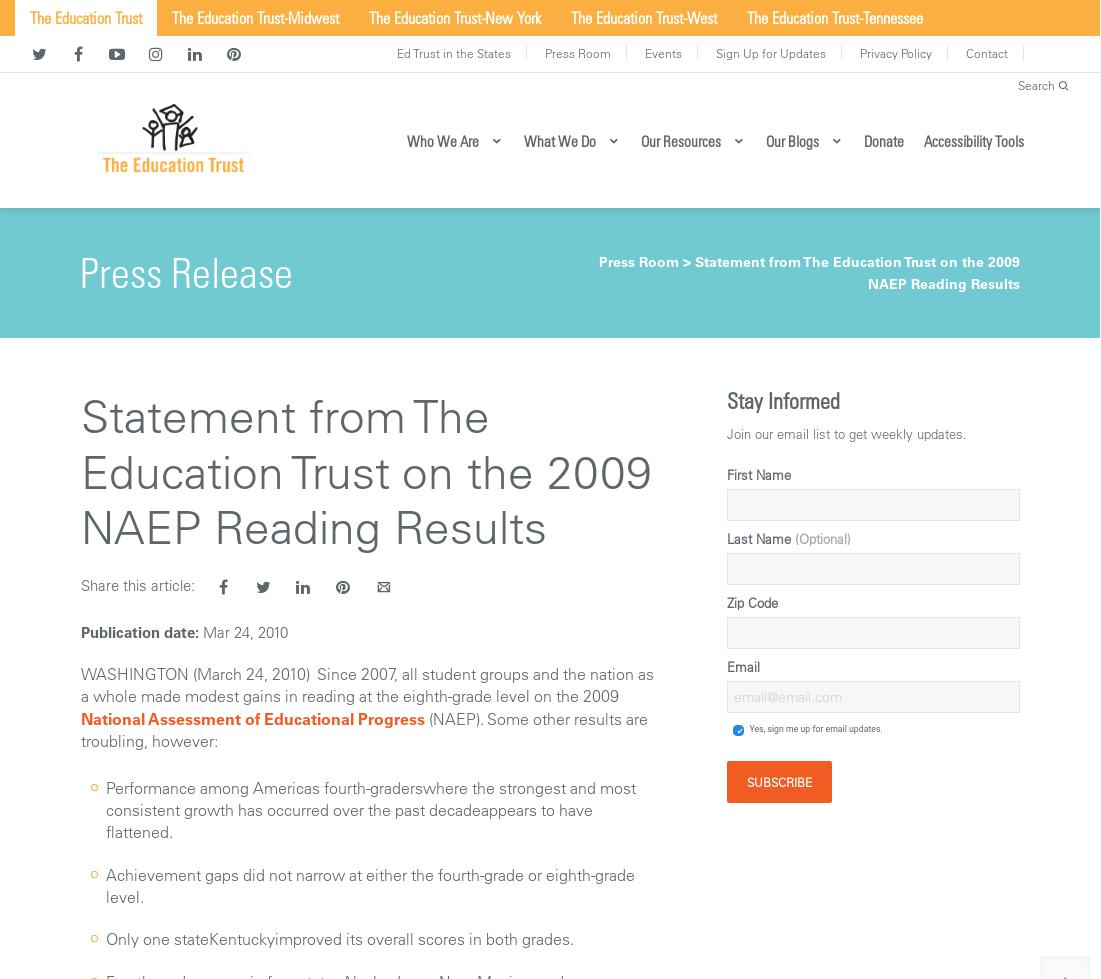 The image size is (1101, 979). What do you see at coordinates (858, 52) in the screenshot?
I see `'Privacy Policy'` at bounding box center [858, 52].